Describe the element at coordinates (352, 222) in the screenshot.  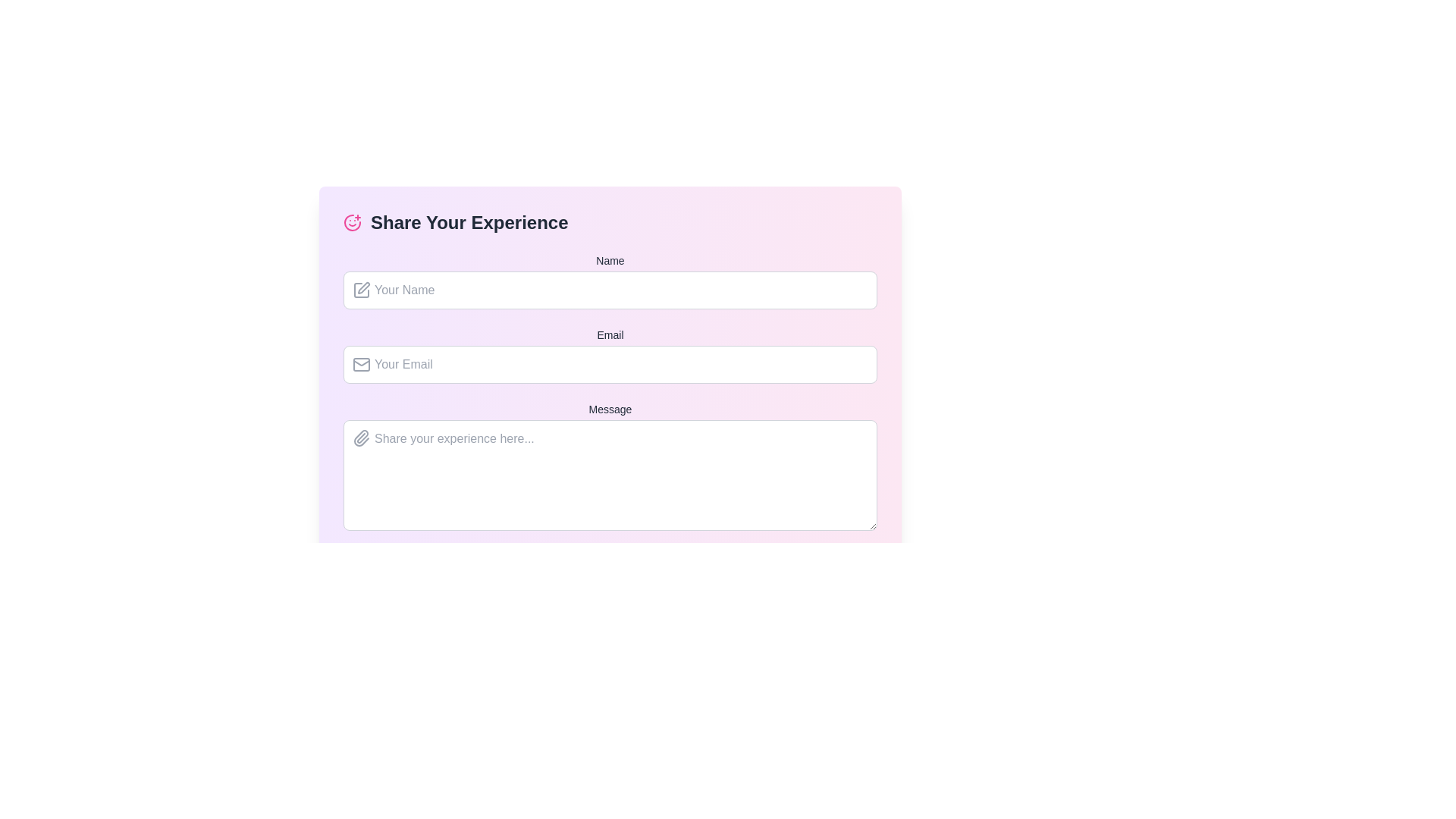
I see `the icon with a smiley and plus sign, which is positioned to the left of the text 'Share Your Experience.'` at that location.